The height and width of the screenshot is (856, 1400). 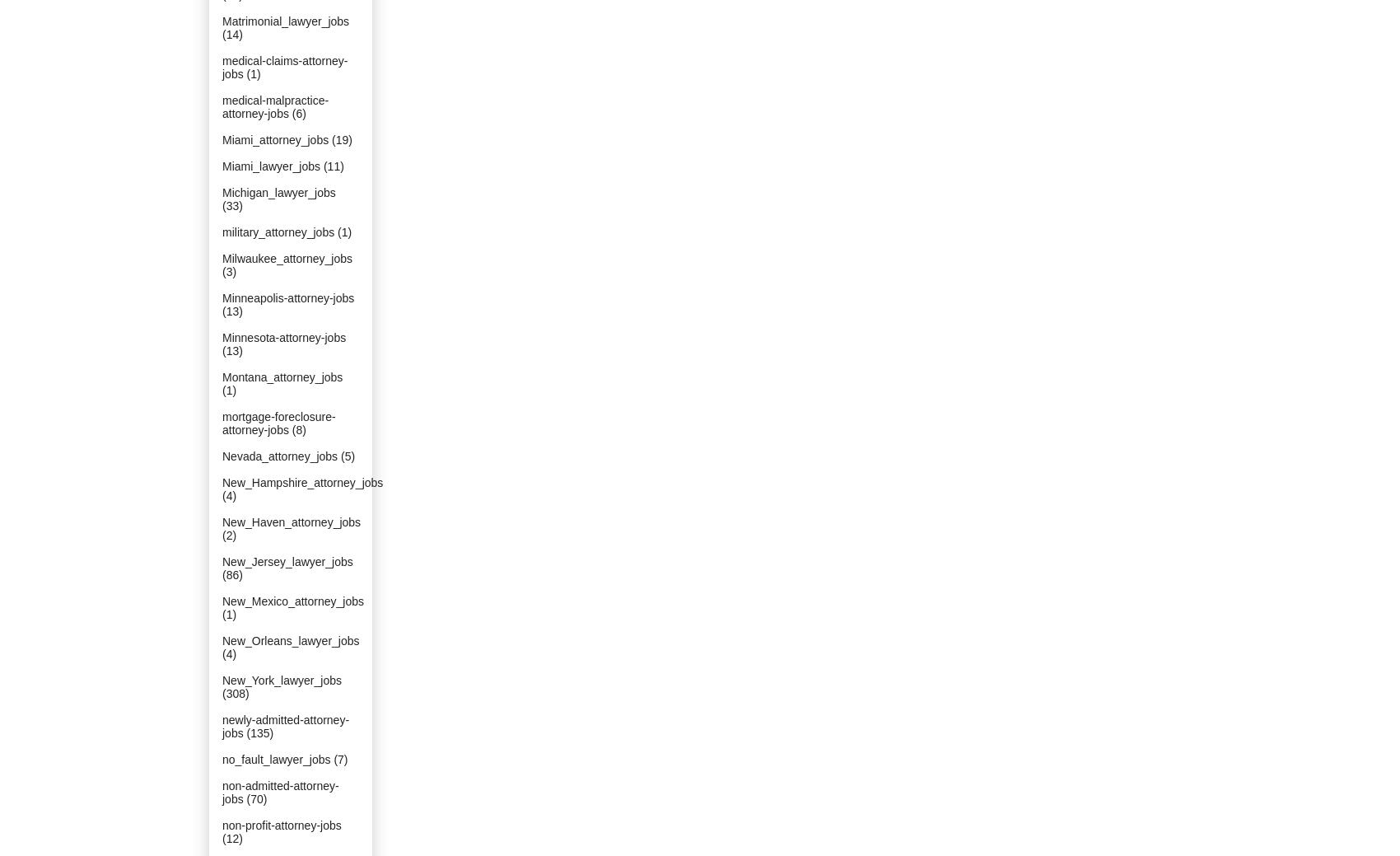 What do you see at coordinates (259, 733) in the screenshot?
I see `'(135)'` at bounding box center [259, 733].